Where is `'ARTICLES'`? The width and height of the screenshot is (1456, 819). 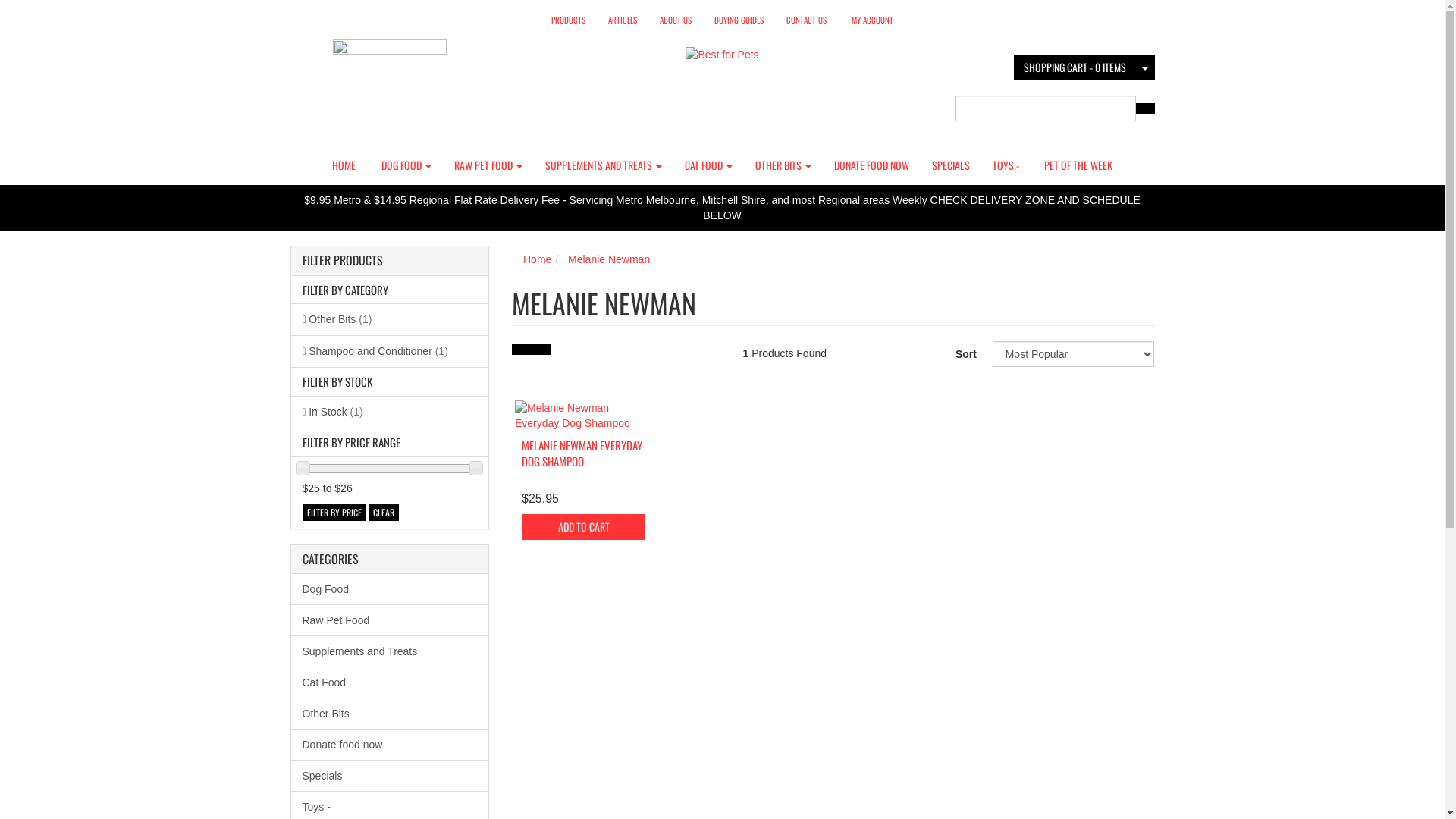
'ARTICLES' is located at coordinates (622, 20).